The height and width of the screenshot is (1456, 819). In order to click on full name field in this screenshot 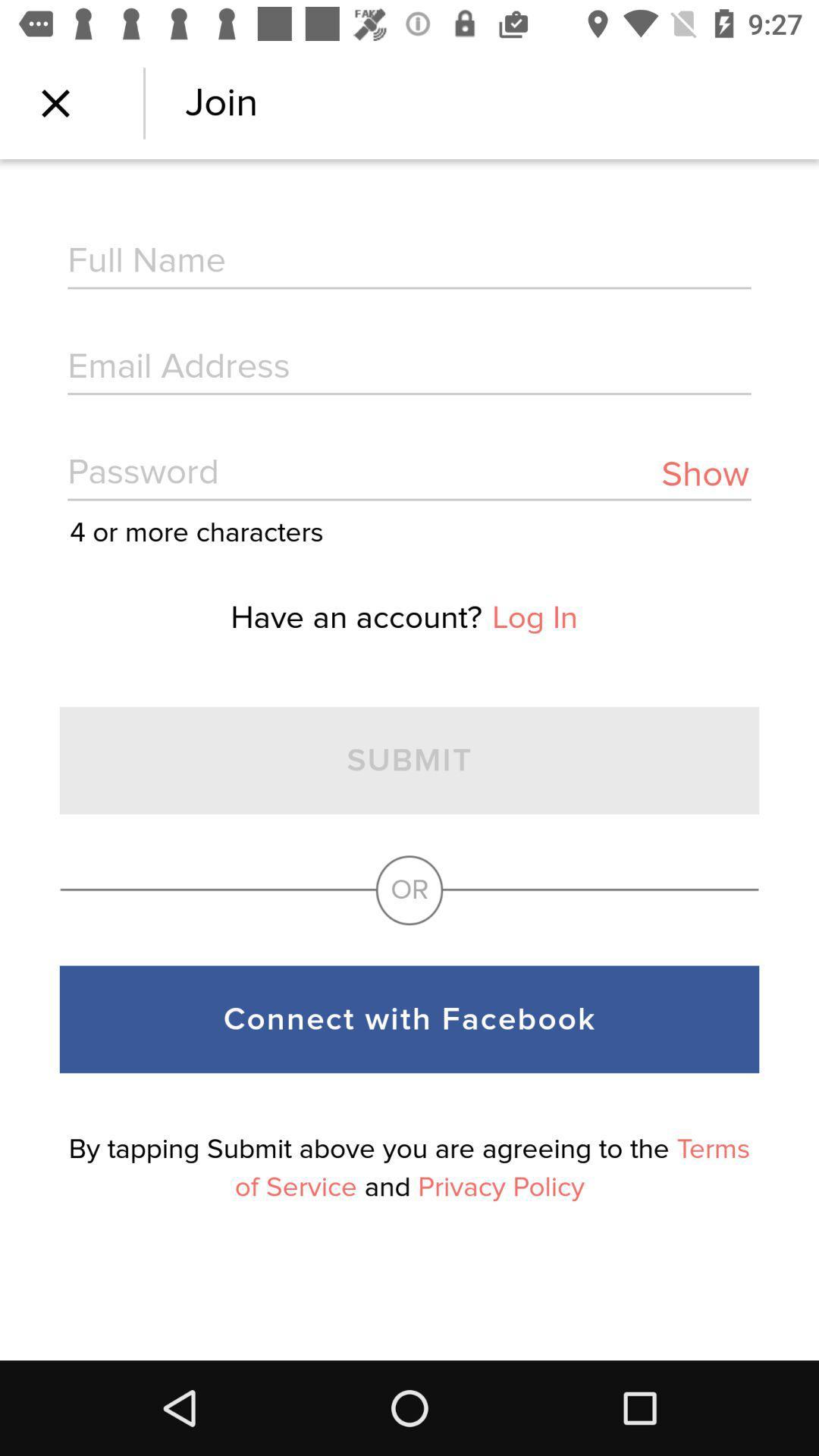, I will do `click(409, 262)`.